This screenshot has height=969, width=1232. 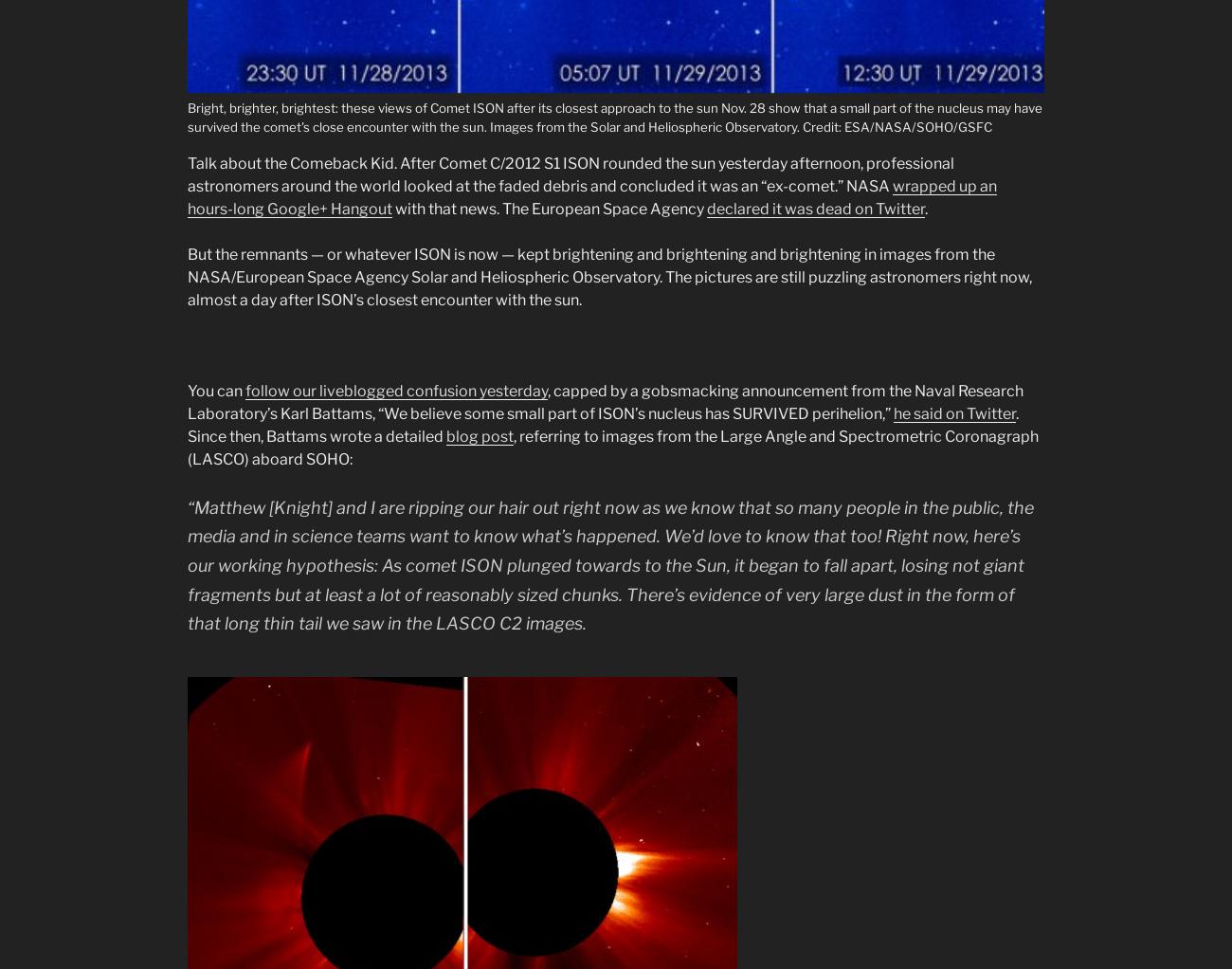 What do you see at coordinates (613, 446) in the screenshot?
I see `', referring to images from the Large Angle and Spectrometric Coronagraph (LASCO) aboard SOHO:'` at bounding box center [613, 446].